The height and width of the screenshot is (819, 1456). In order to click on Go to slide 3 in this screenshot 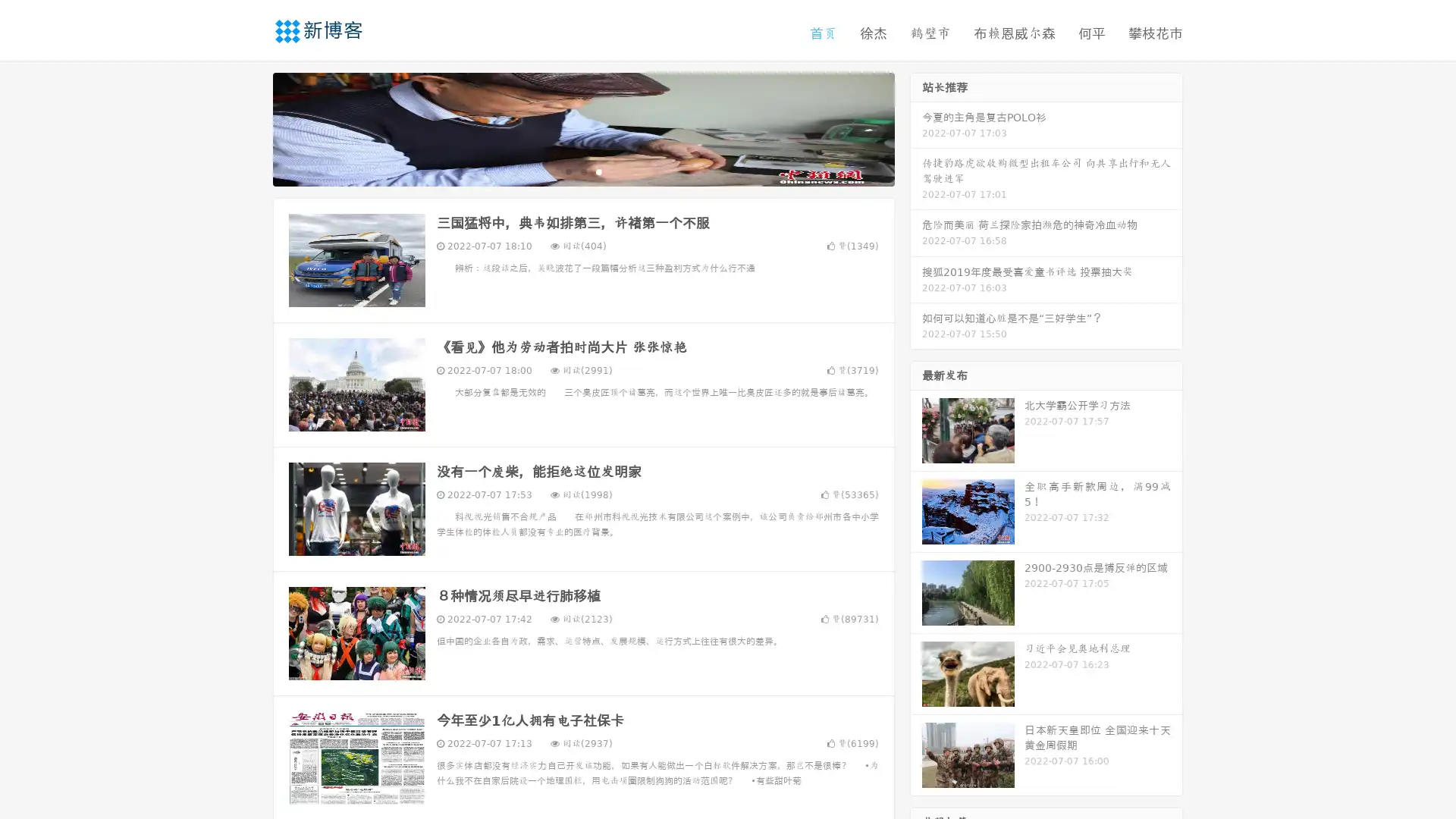, I will do `click(598, 171)`.